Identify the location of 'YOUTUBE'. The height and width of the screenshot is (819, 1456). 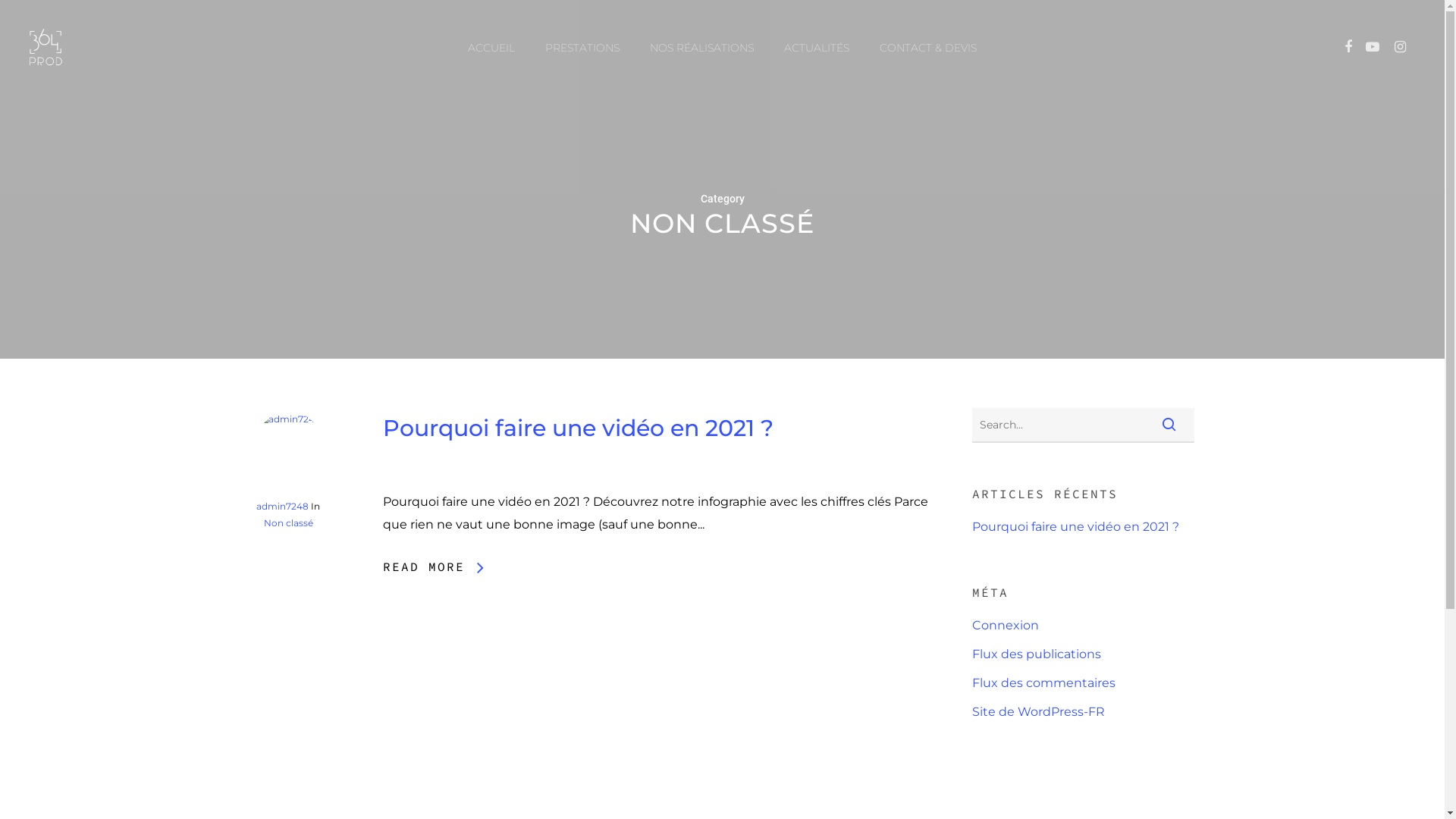
(1372, 46).